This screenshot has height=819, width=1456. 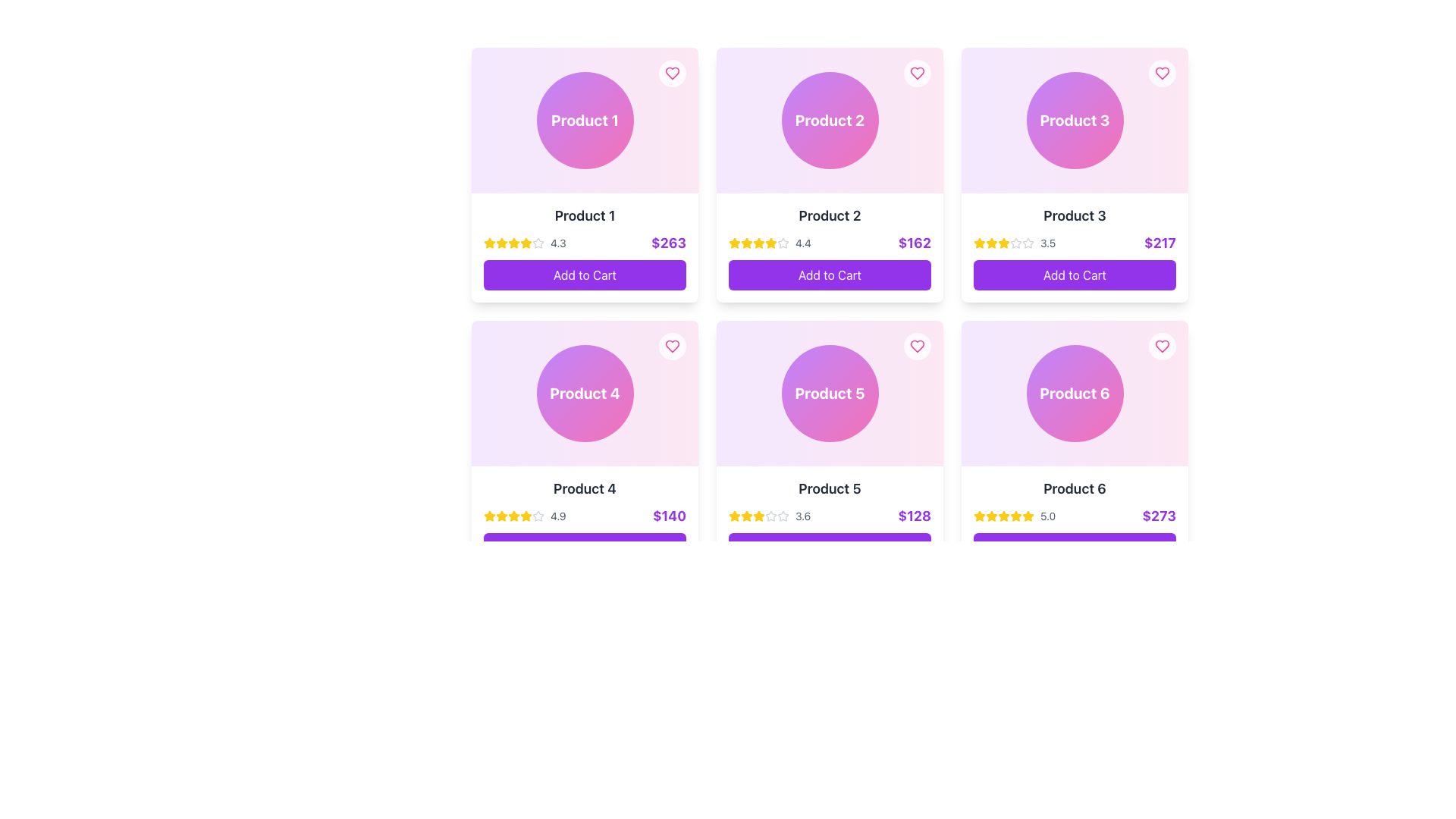 I want to click on the graphical icon with embedded text in the 'Product 6' card, located in the bottom-right corner of the product card layout, so click(x=1074, y=393).